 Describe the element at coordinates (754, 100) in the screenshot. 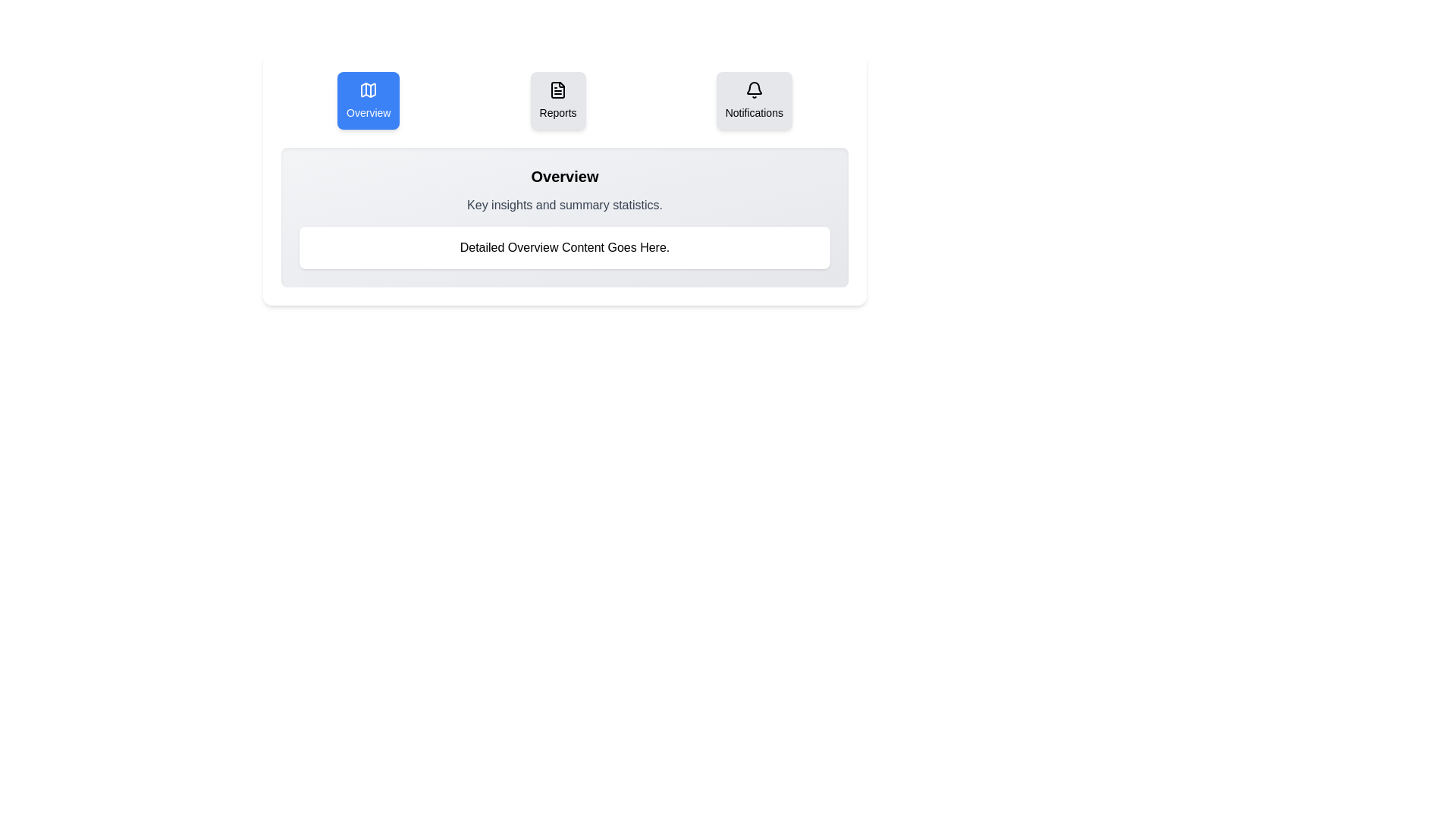

I see `the tab button labeled Notifications` at that location.